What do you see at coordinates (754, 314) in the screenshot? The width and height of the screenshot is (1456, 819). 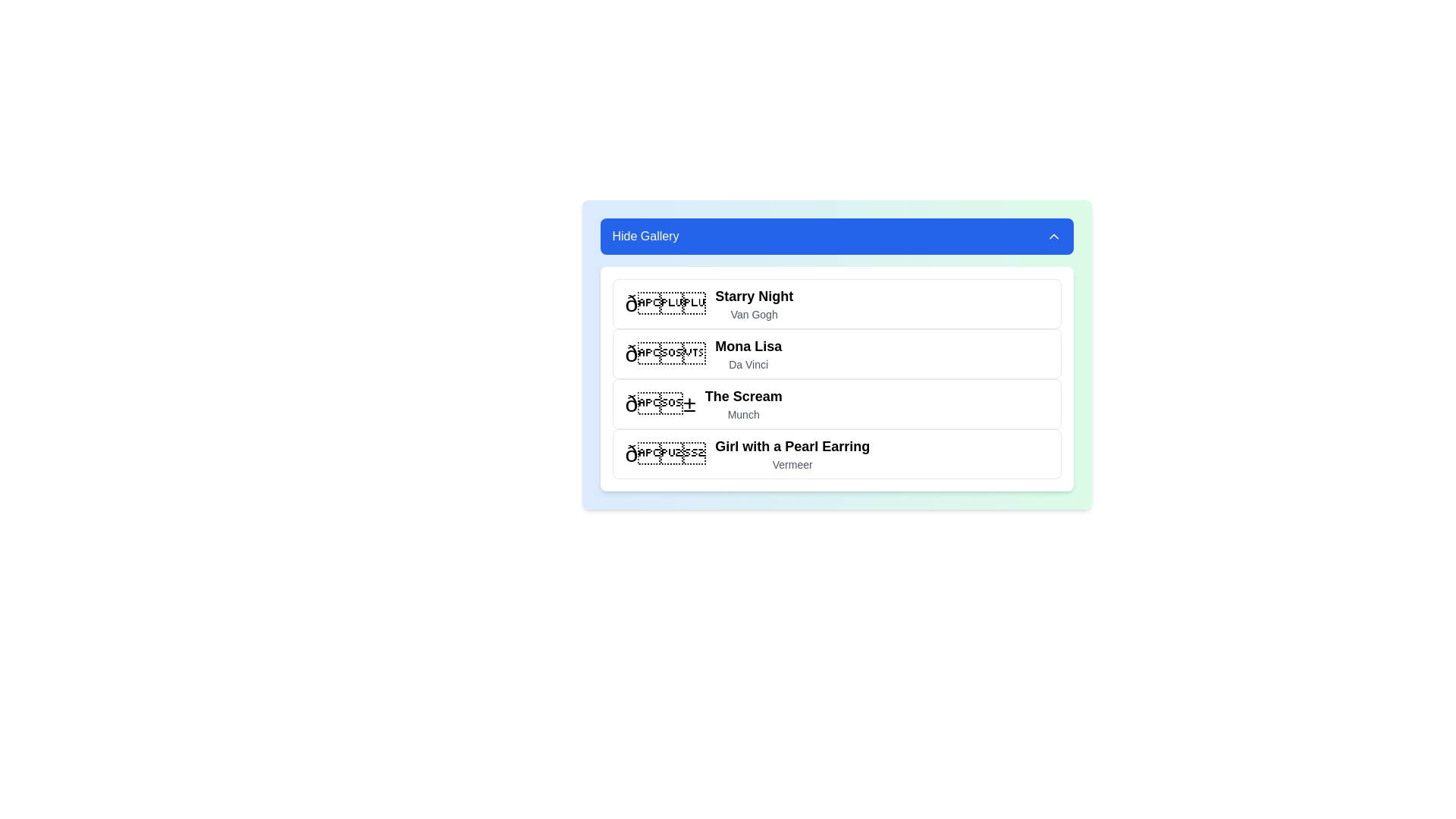 I see `text label element displaying 'Van Gogh', which is positioned below the title 'Starry Night' in a card-like layout` at bounding box center [754, 314].